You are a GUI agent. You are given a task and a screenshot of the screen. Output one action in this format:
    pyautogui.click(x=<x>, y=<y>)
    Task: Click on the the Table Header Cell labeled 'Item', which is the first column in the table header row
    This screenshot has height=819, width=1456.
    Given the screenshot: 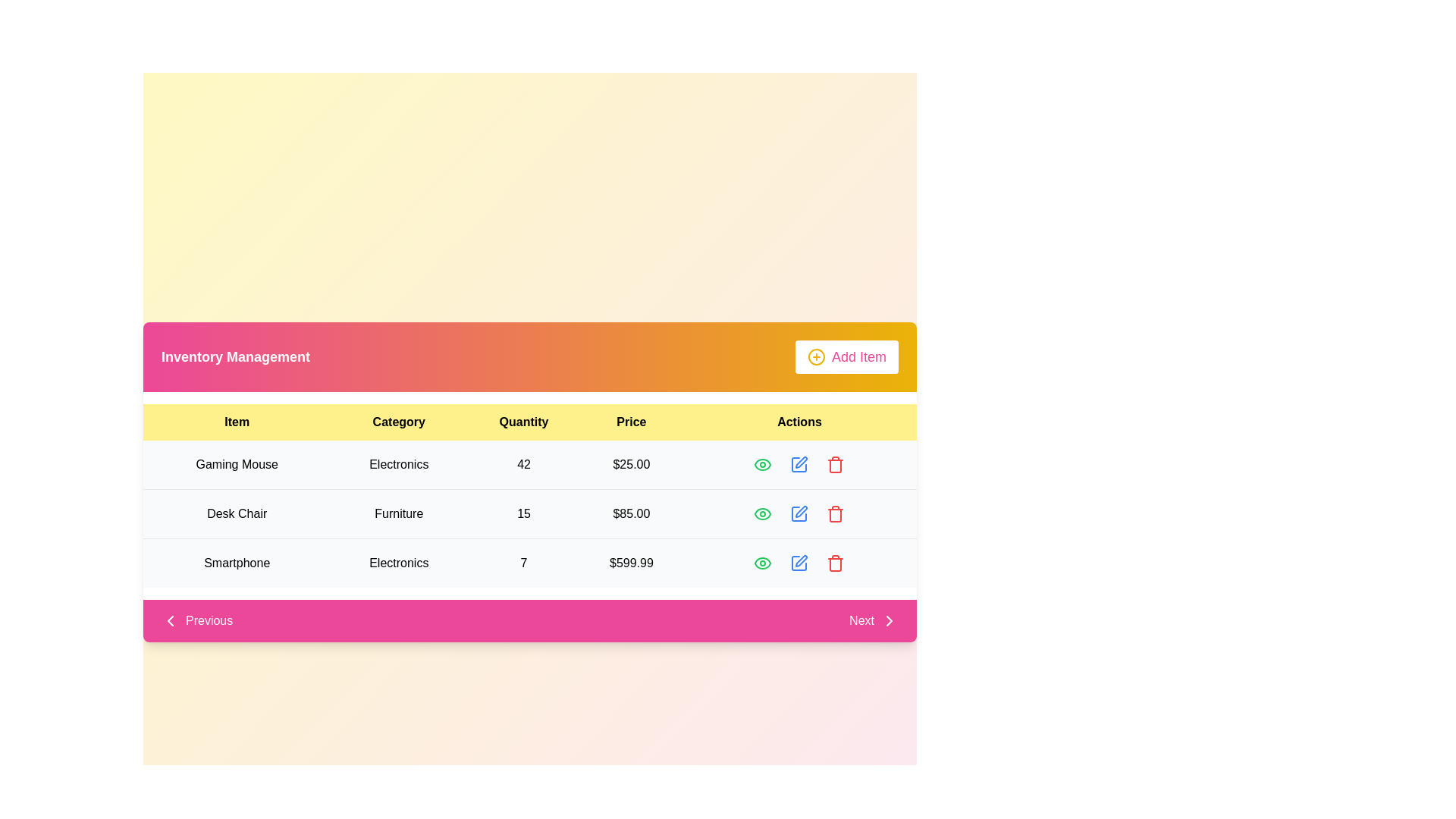 What is the action you would take?
    pyautogui.click(x=236, y=422)
    